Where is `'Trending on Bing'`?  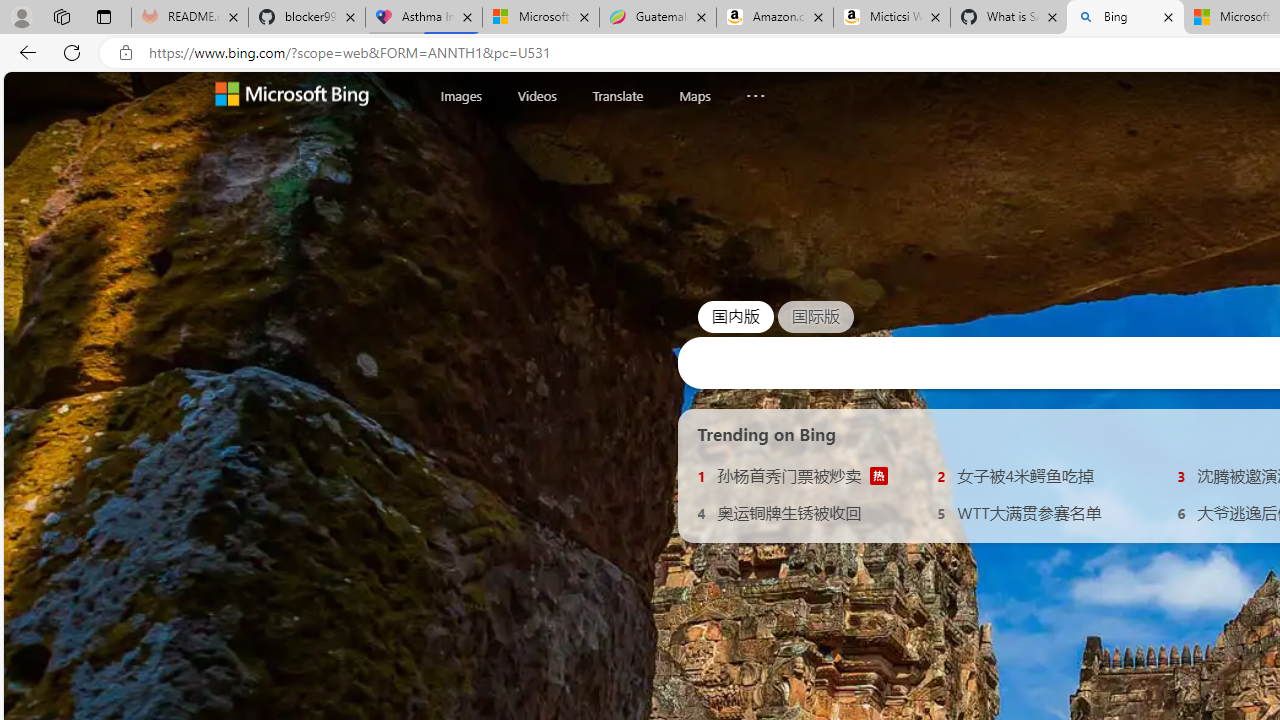 'Trending on Bing' is located at coordinates (766, 433).